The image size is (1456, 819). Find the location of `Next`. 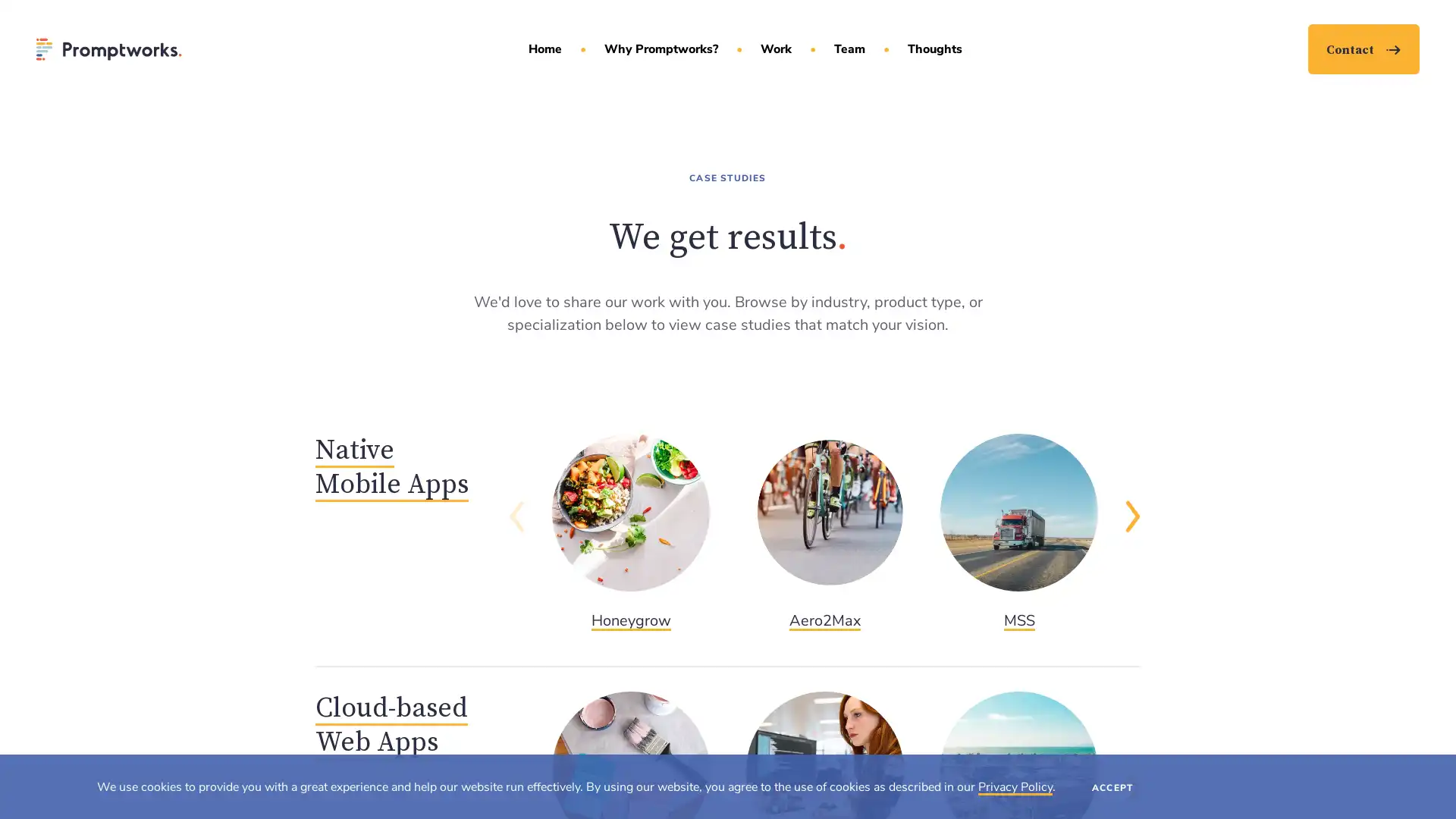

Next is located at coordinates (1132, 514).